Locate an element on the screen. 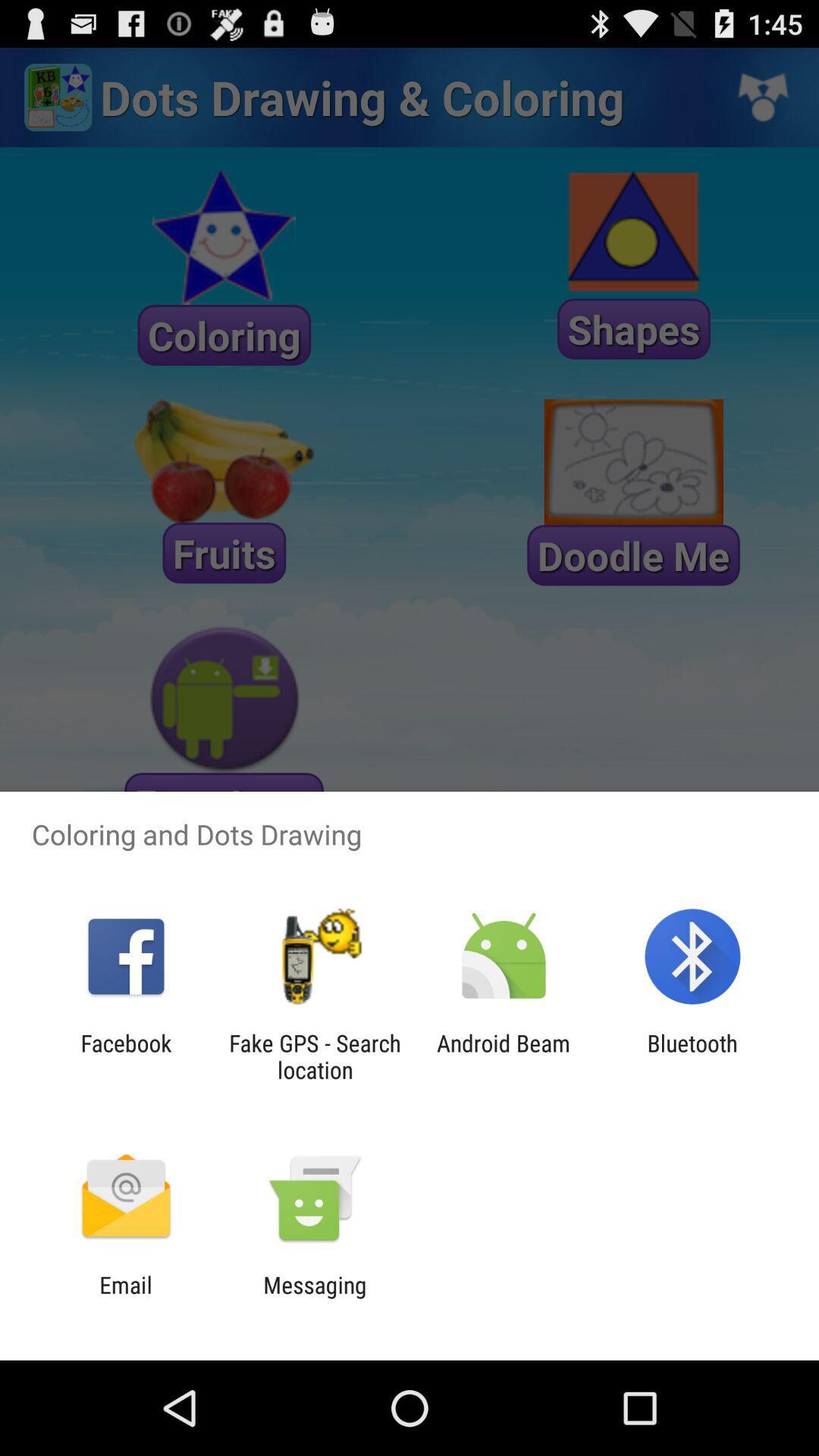  the messaging icon is located at coordinates (314, 1298).